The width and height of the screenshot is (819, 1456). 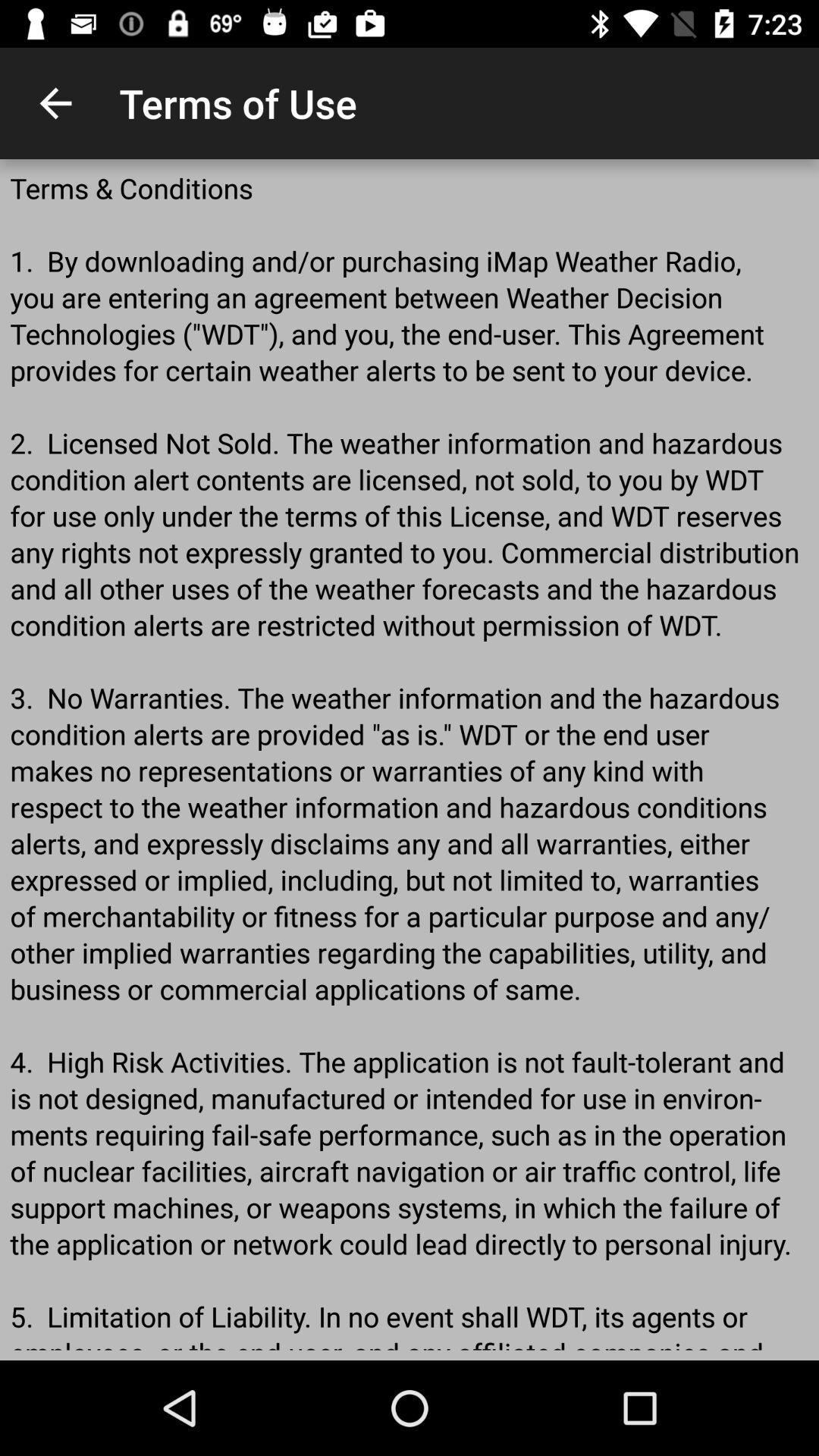 I want to click on the terms conditions 1, so click(x=409, y=760).